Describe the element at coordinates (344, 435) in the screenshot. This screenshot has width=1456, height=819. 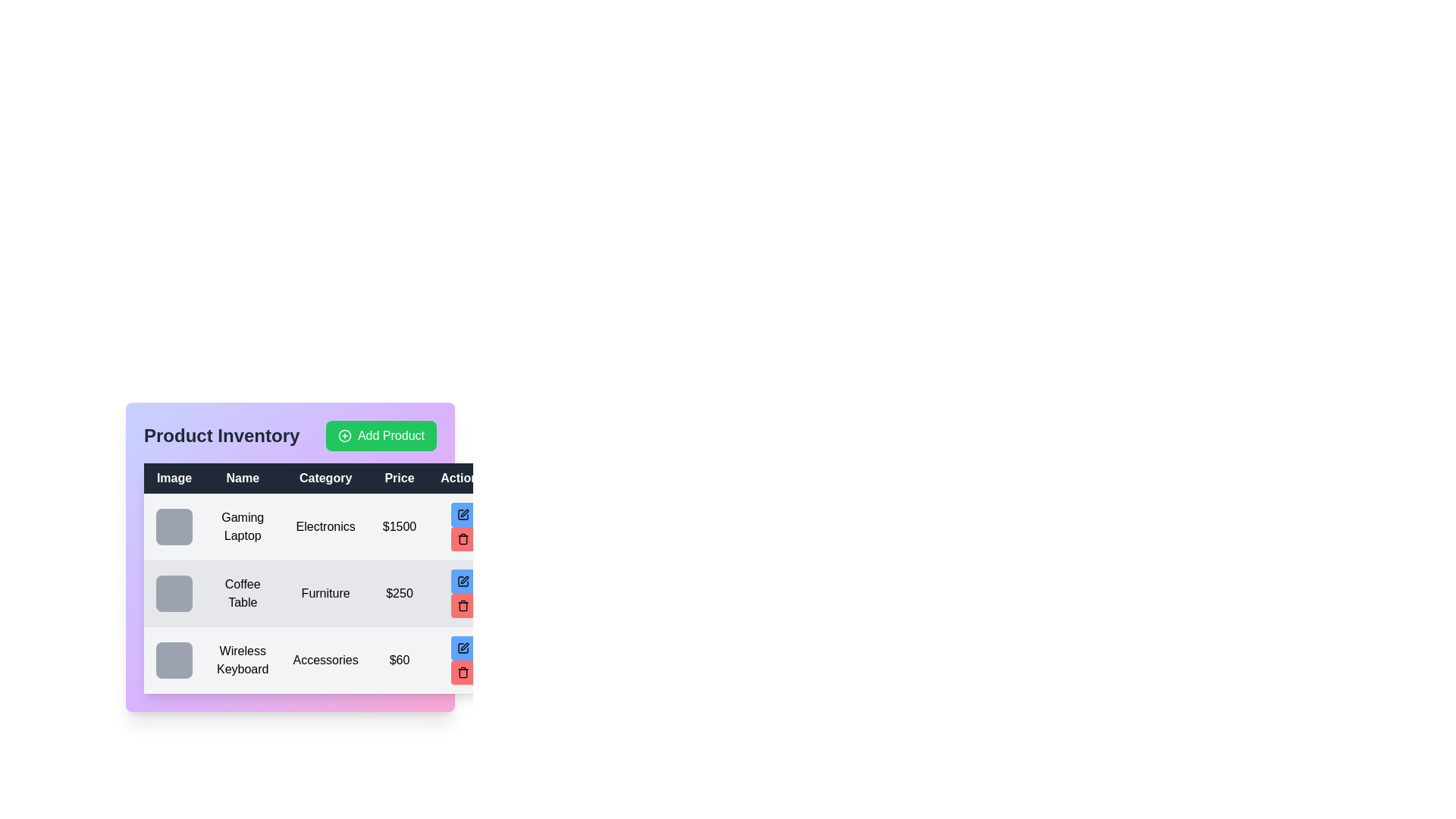
I see `the circular green icon with a cross in the center, which is part of the 'Add Product' button located at the top-right section of the interface above the 'Product Inventory' table` at that location.